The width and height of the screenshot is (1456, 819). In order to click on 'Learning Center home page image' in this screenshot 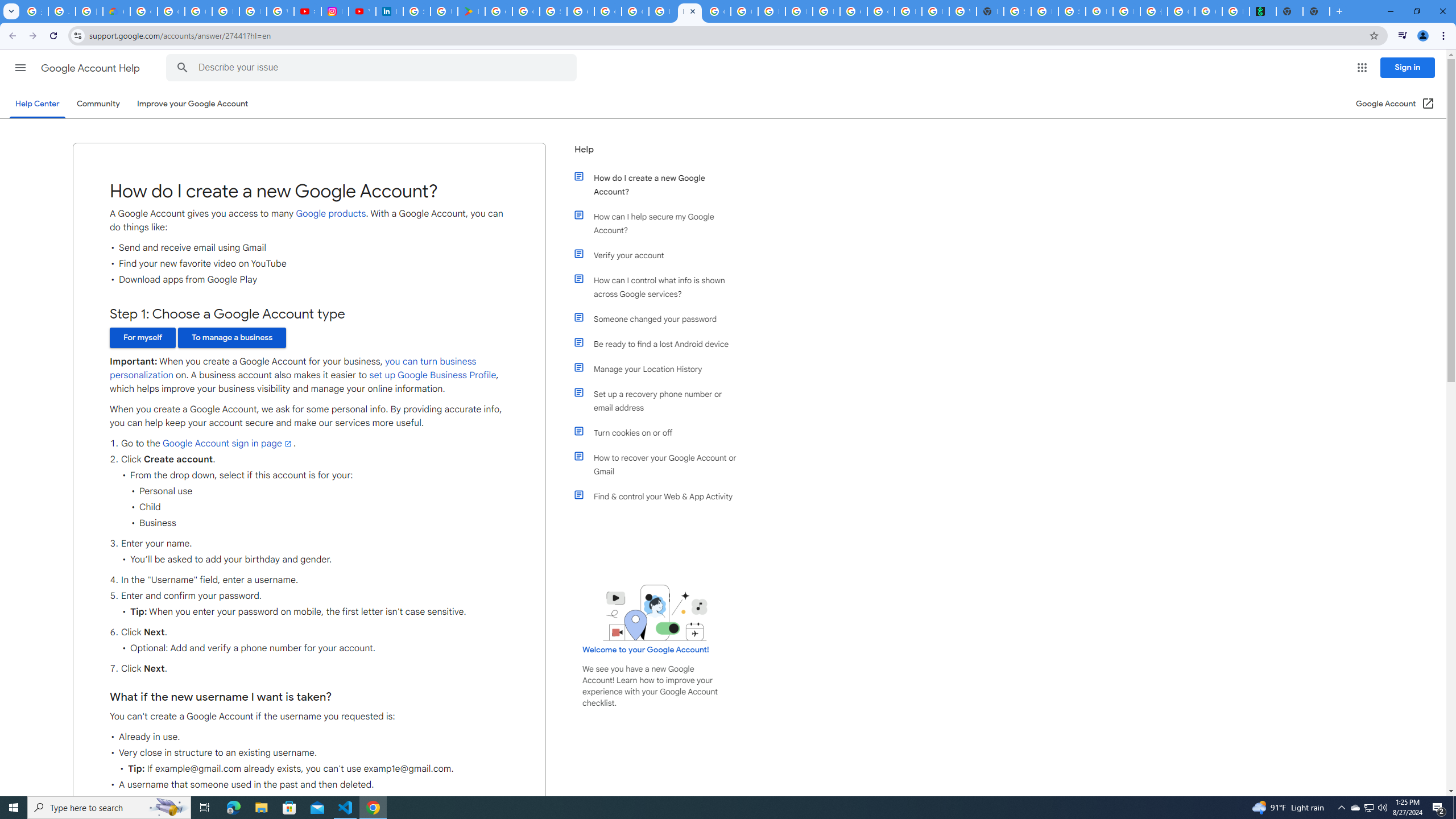, I will do `click(655, 612)`.